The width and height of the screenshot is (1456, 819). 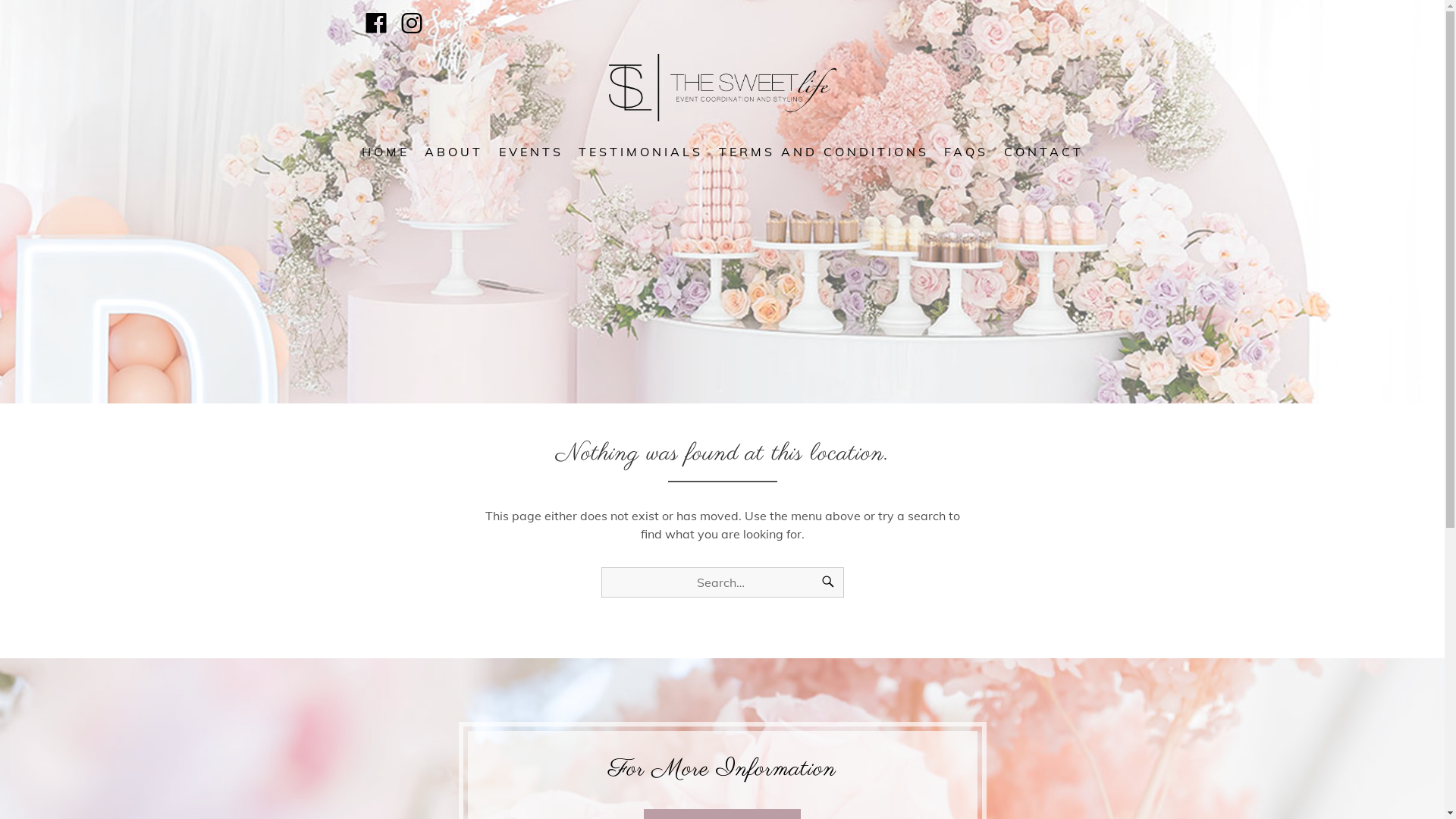 I want to click on 'HOME', so click(x=384, y=152).